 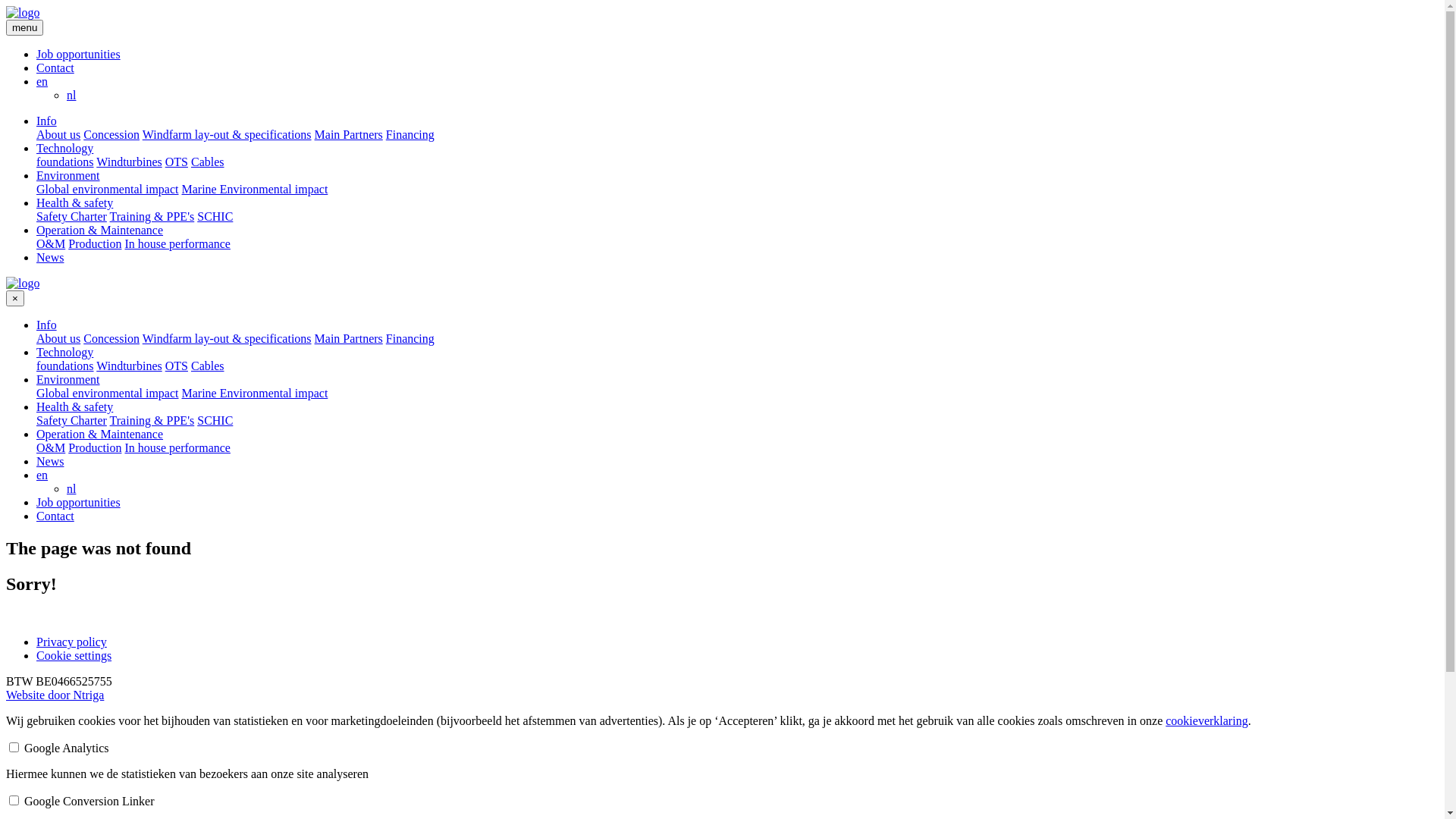 What do you see at coordinates (6, 27) in the screenshot?
I see `'menu'` at bounding box center [6, 27].